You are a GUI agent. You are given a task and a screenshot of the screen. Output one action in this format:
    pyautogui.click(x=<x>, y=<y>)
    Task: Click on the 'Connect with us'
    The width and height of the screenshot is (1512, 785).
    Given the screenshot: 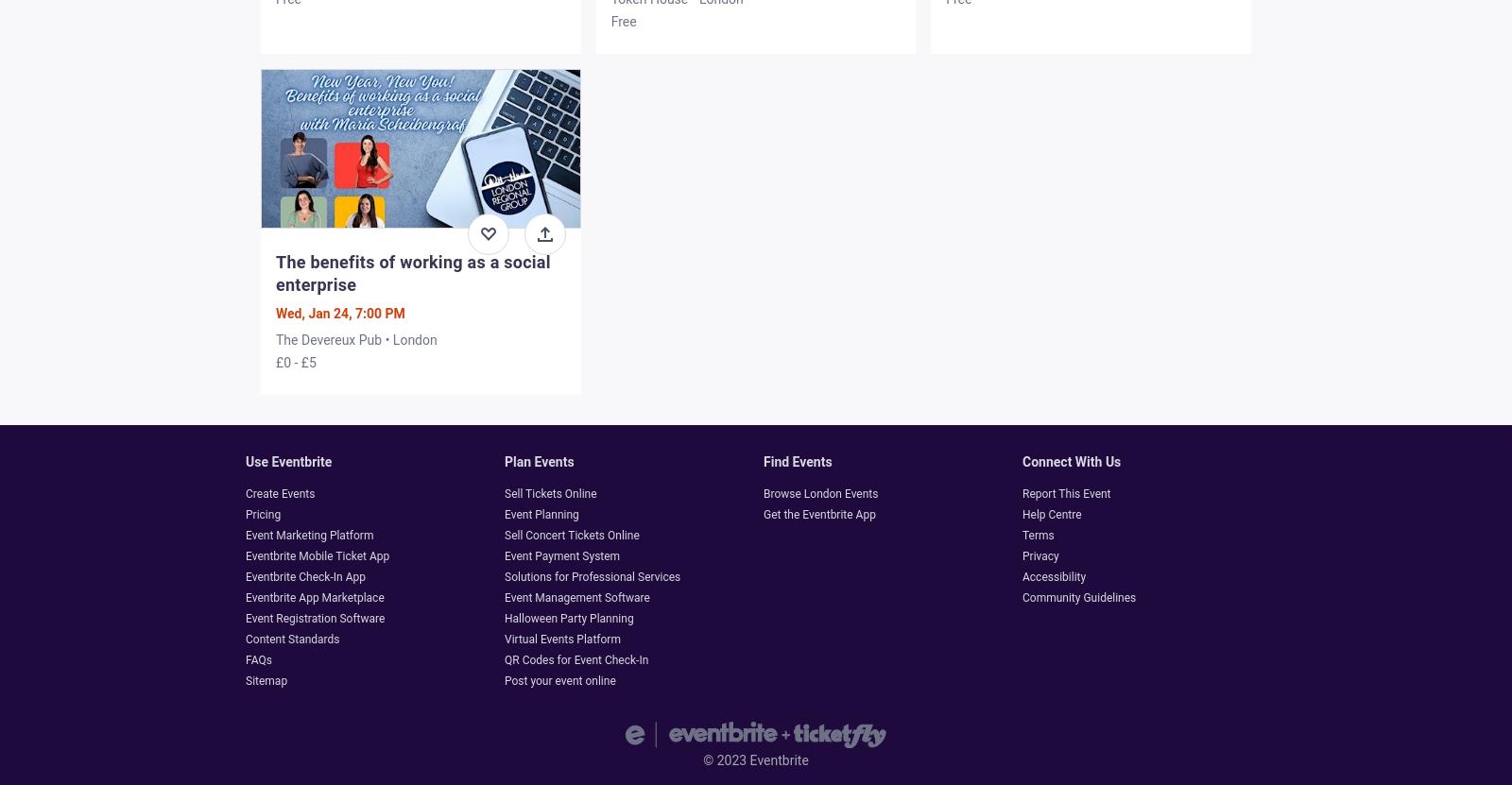 What is the action you would take?
    pyautogui.click(x=1071, y=461)
    